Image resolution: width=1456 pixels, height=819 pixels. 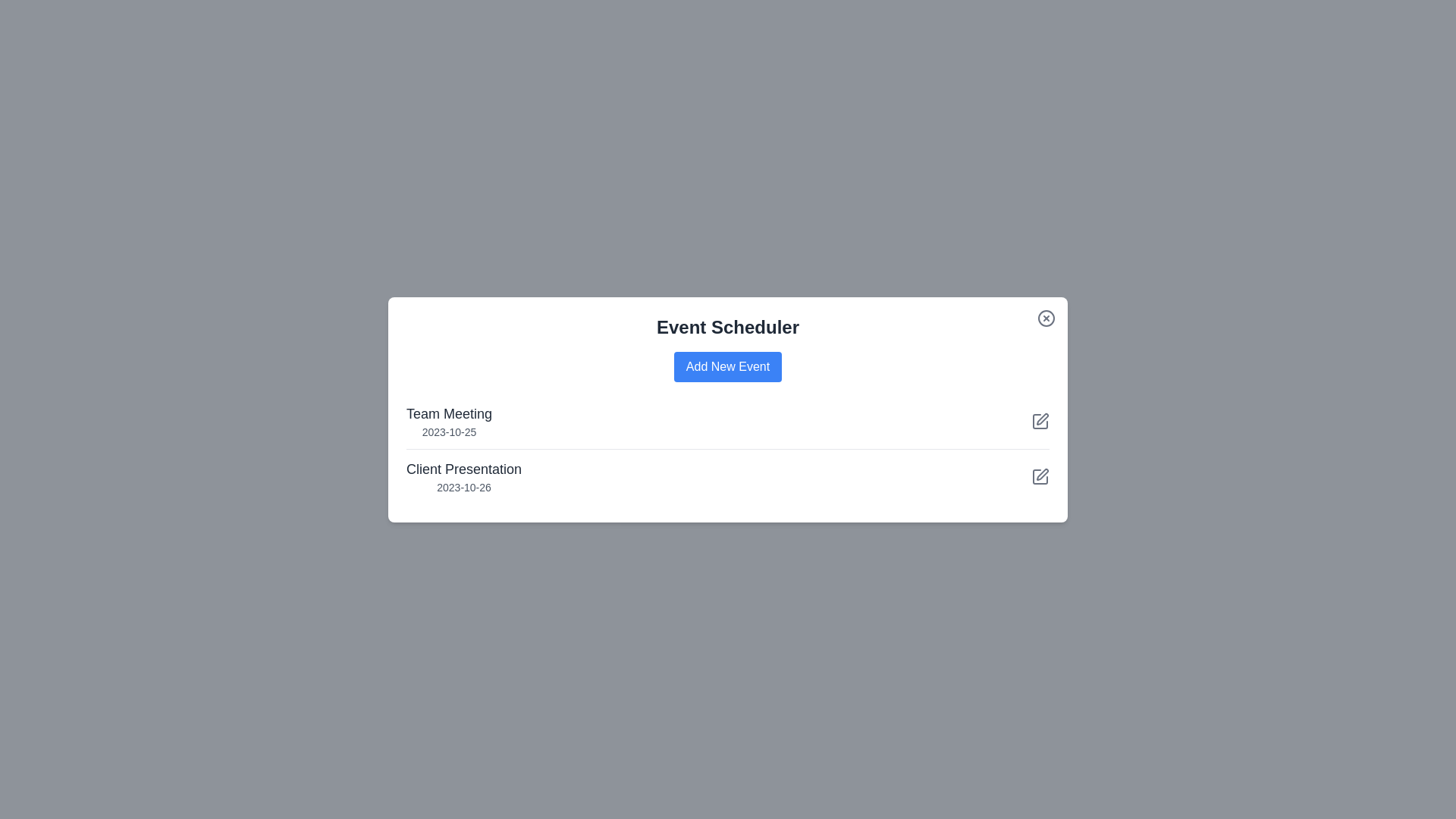 What do you see at coordinates (1040, 475) in the screenshot?
I see `the edit button for the 'Client Presentation 2023-10-26' item to initiate an edit action` at bounding box center [1040, 475].